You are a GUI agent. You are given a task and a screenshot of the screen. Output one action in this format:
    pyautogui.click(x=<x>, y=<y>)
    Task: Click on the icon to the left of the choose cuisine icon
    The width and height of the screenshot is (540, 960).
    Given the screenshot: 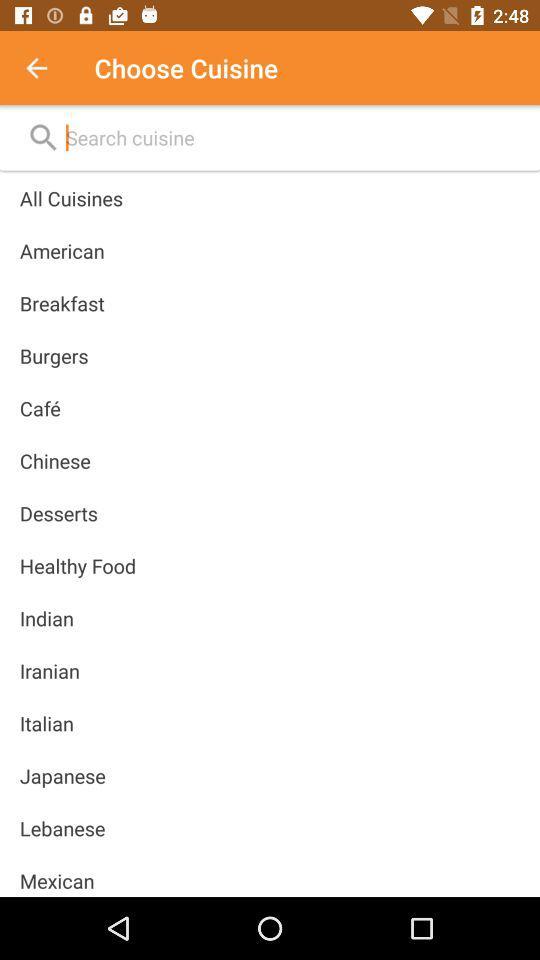 What is the action you would take?
    pyautogui.click(x=47, y=68)
    